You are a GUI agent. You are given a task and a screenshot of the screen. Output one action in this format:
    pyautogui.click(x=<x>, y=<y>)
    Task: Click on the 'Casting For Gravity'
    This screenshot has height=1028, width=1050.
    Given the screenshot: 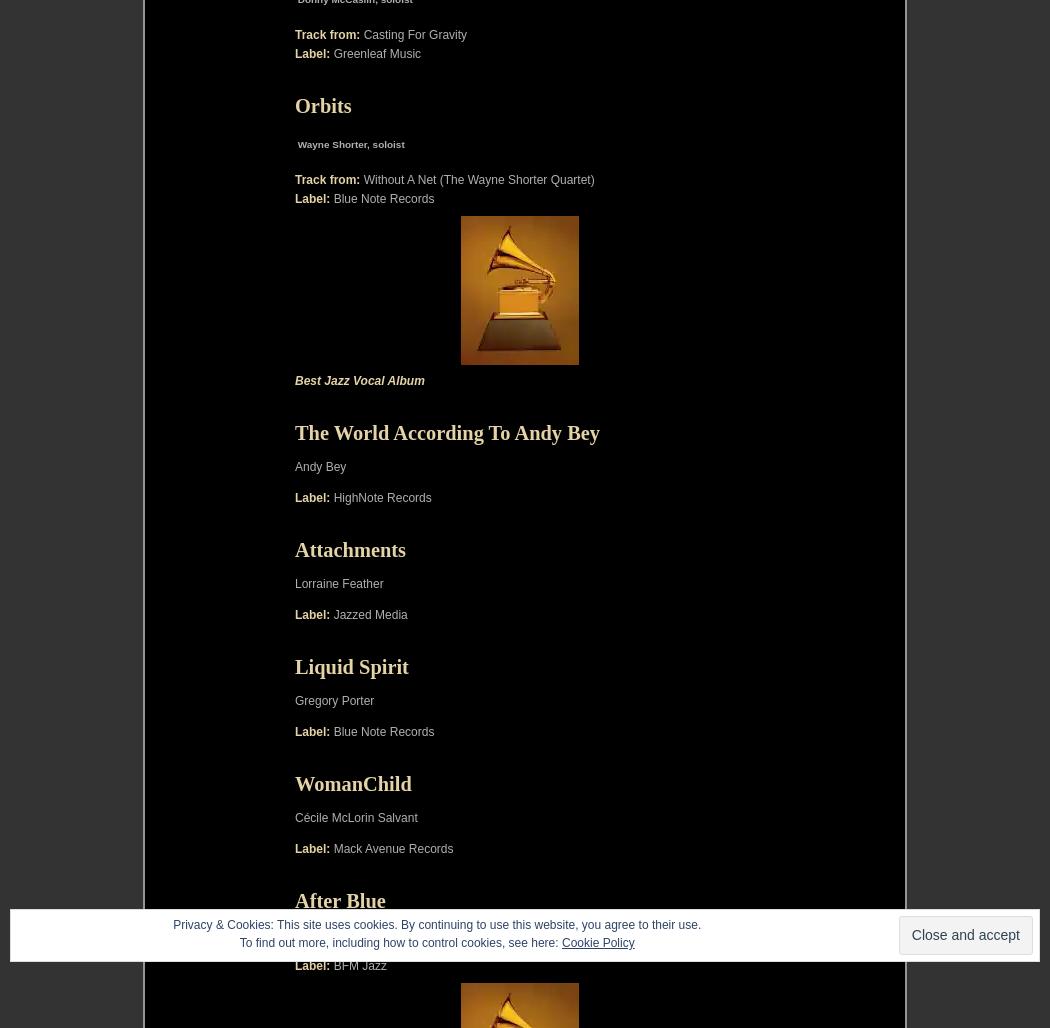 What is the action you would take?
    pyautogui.click(x=412, y=34)
    